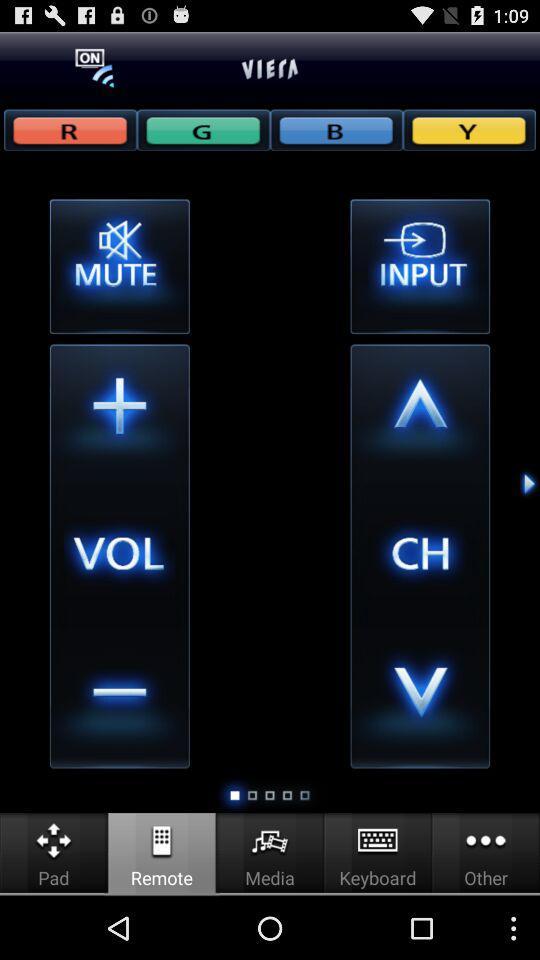 The height and width of the screenshot is (960, 540). I want to click on turn volume down, so click(119, 698).